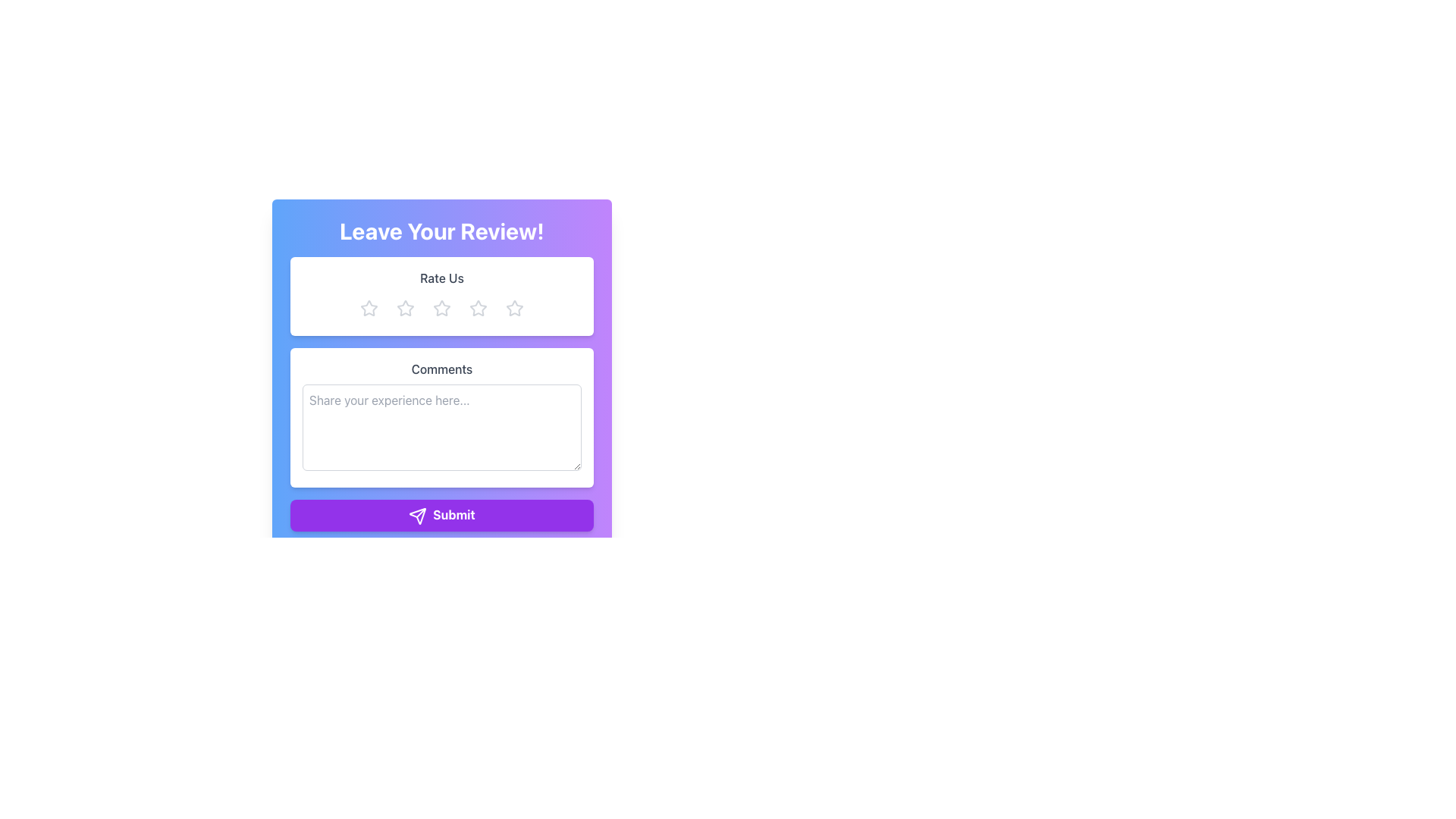 Image resolution: width=1456 pixels, height=819 pixels. I want to click on the third rating star icon in the 'Rate Us' panel to set the user's rating to three, so click(441, 308).